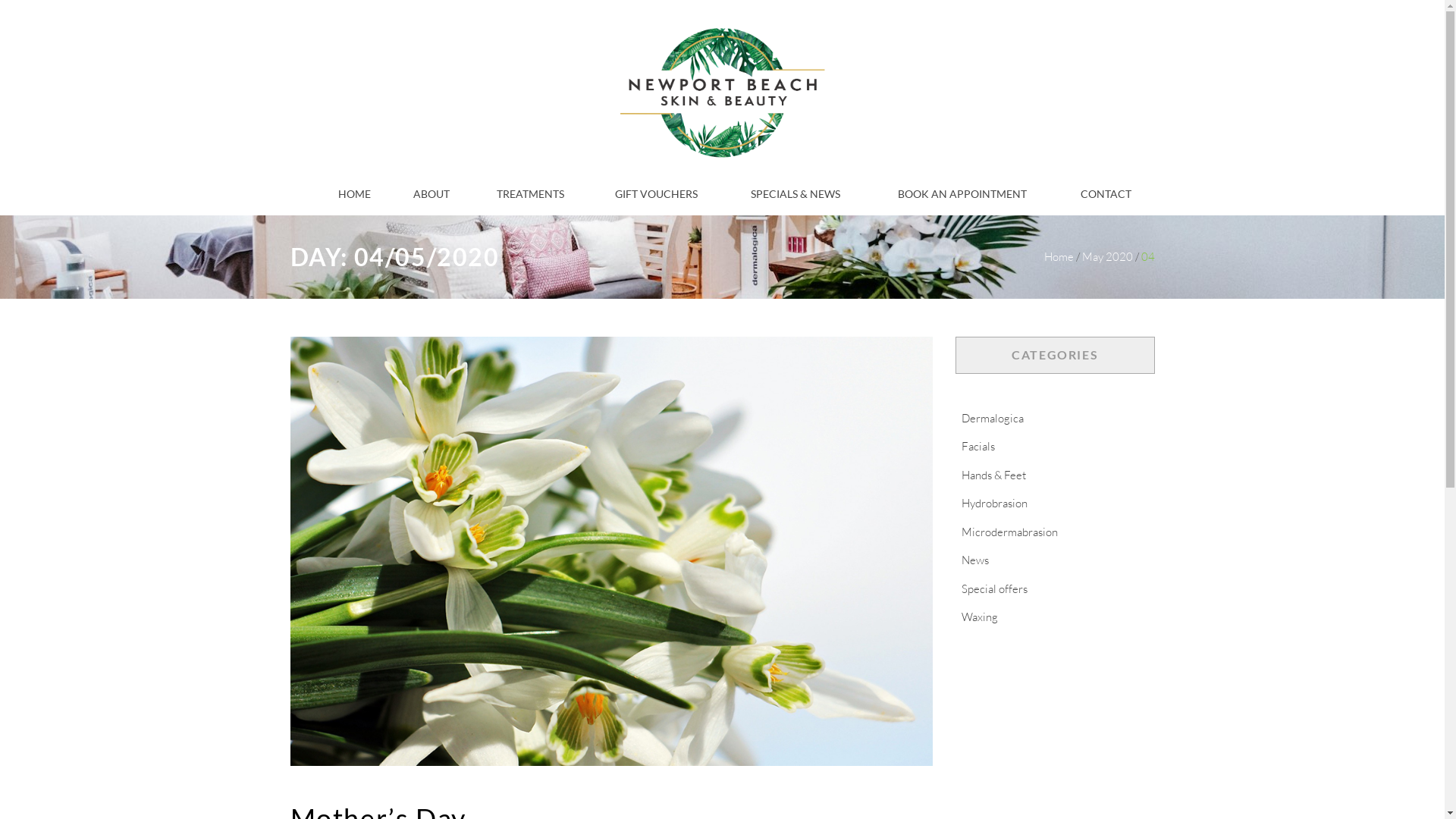 The height and width of the screenshot is (819, 1456). What do you see at coordinates (1106, 193) in the screenshot?
I see `'CONTACT'` at bounding box center [1106, 193].